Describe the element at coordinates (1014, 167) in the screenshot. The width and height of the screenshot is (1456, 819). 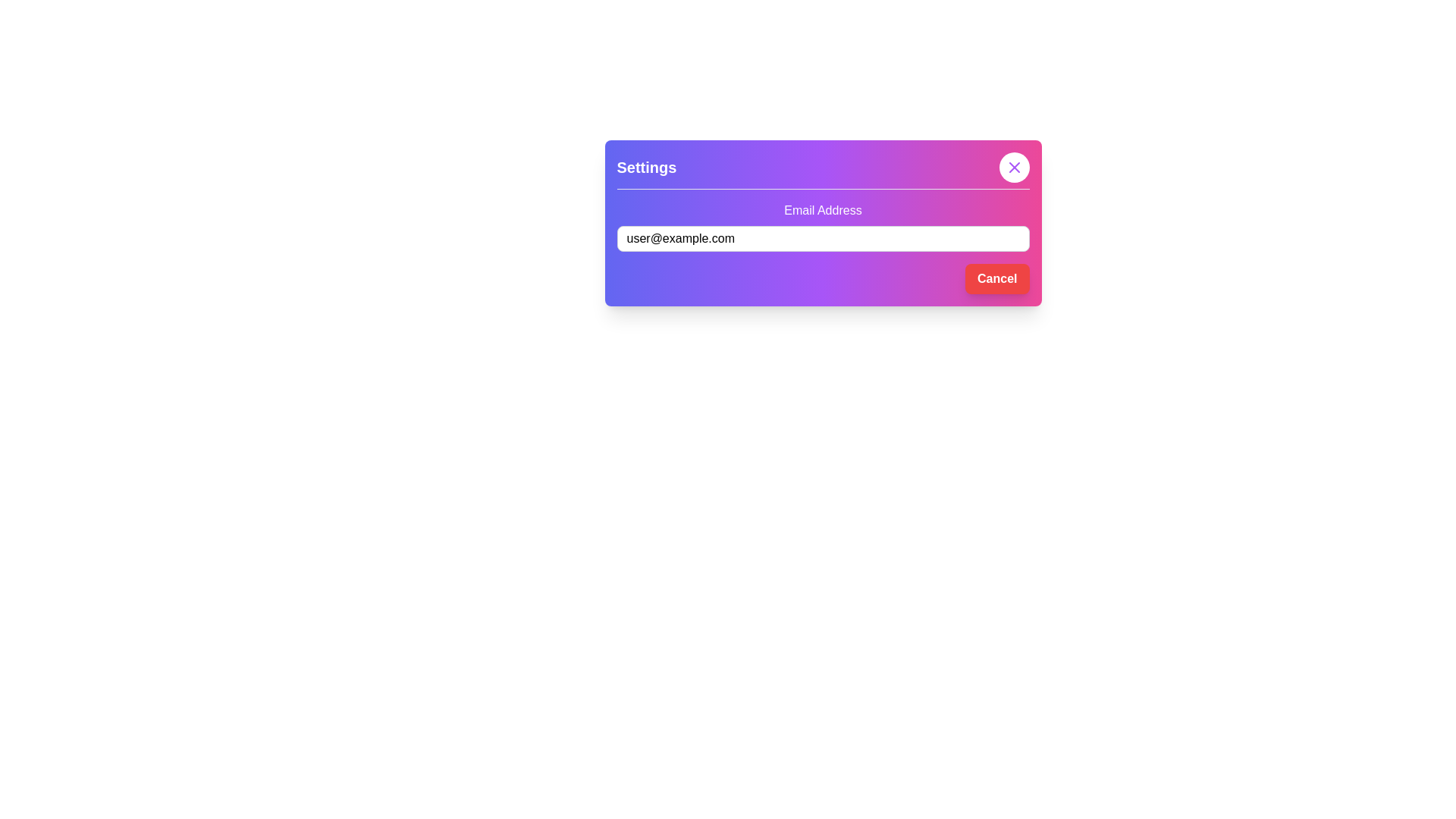
I see `the circular button with a white background and a purple 'X' icon in the upper-right corner of the 'Settings' modal` at that location.